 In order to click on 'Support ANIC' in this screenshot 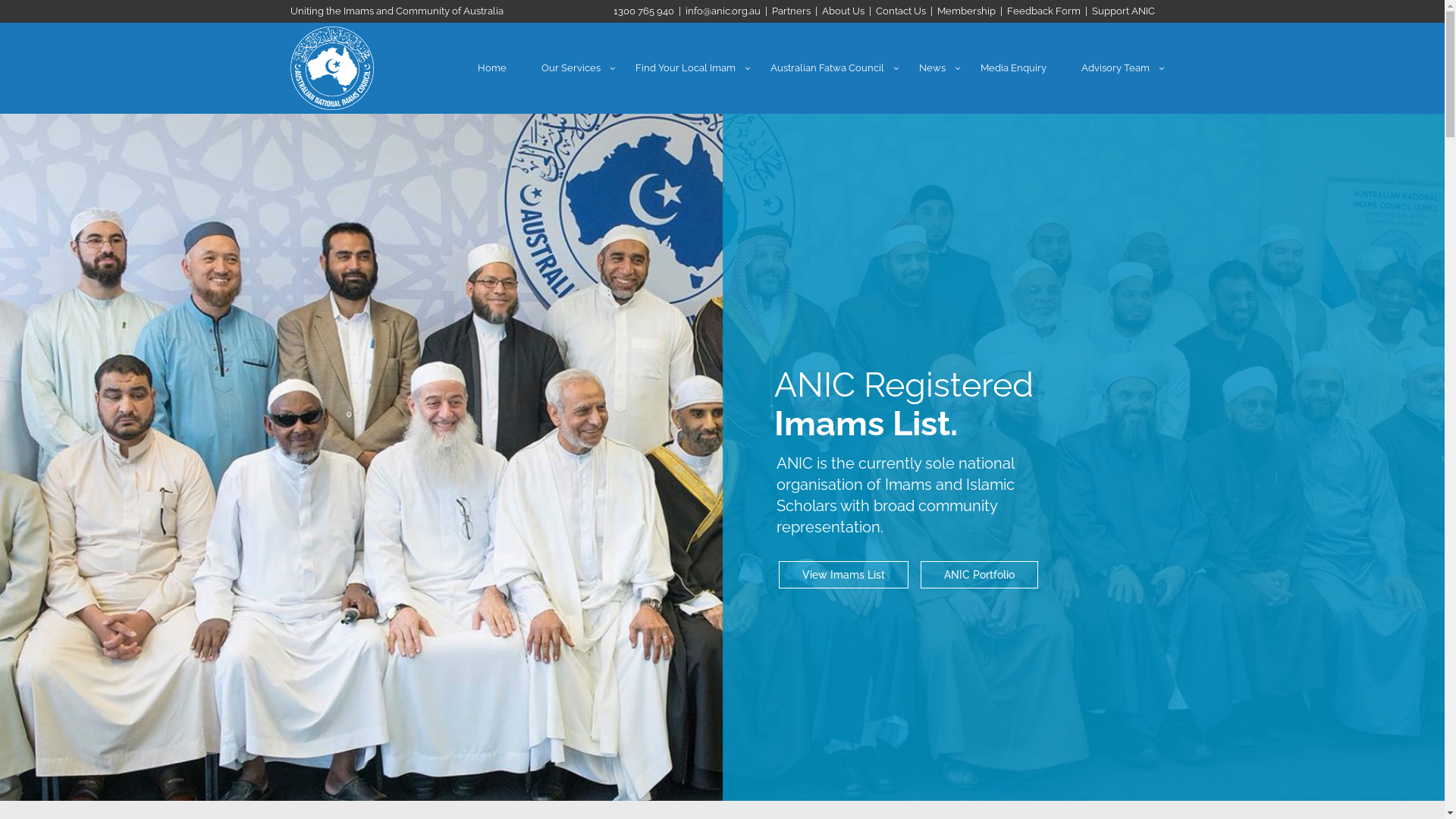, I will do `click(1123, 11)`.